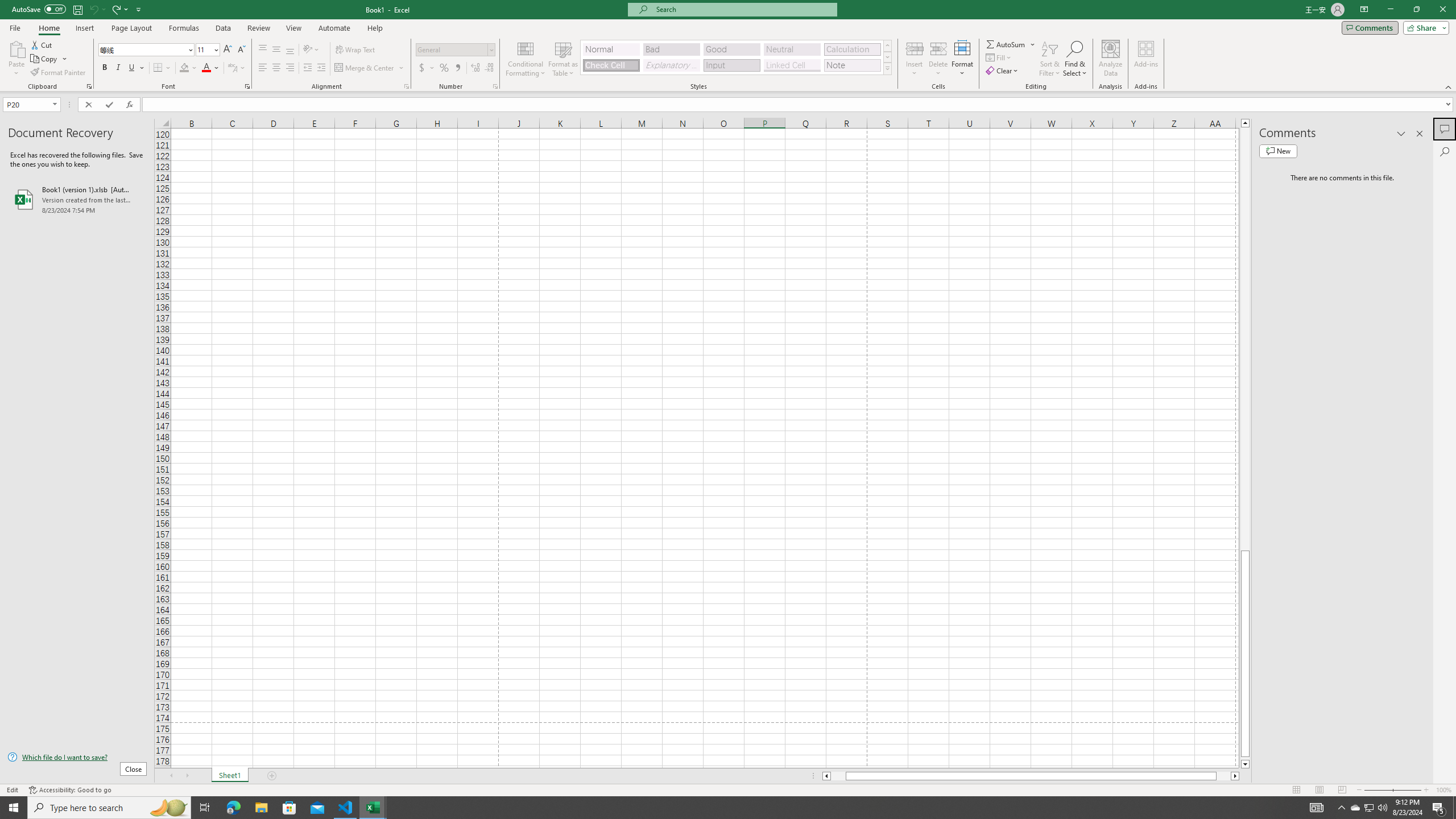 The image size is (1456, 819). I want to click on 'Paste', so click(16, 48).